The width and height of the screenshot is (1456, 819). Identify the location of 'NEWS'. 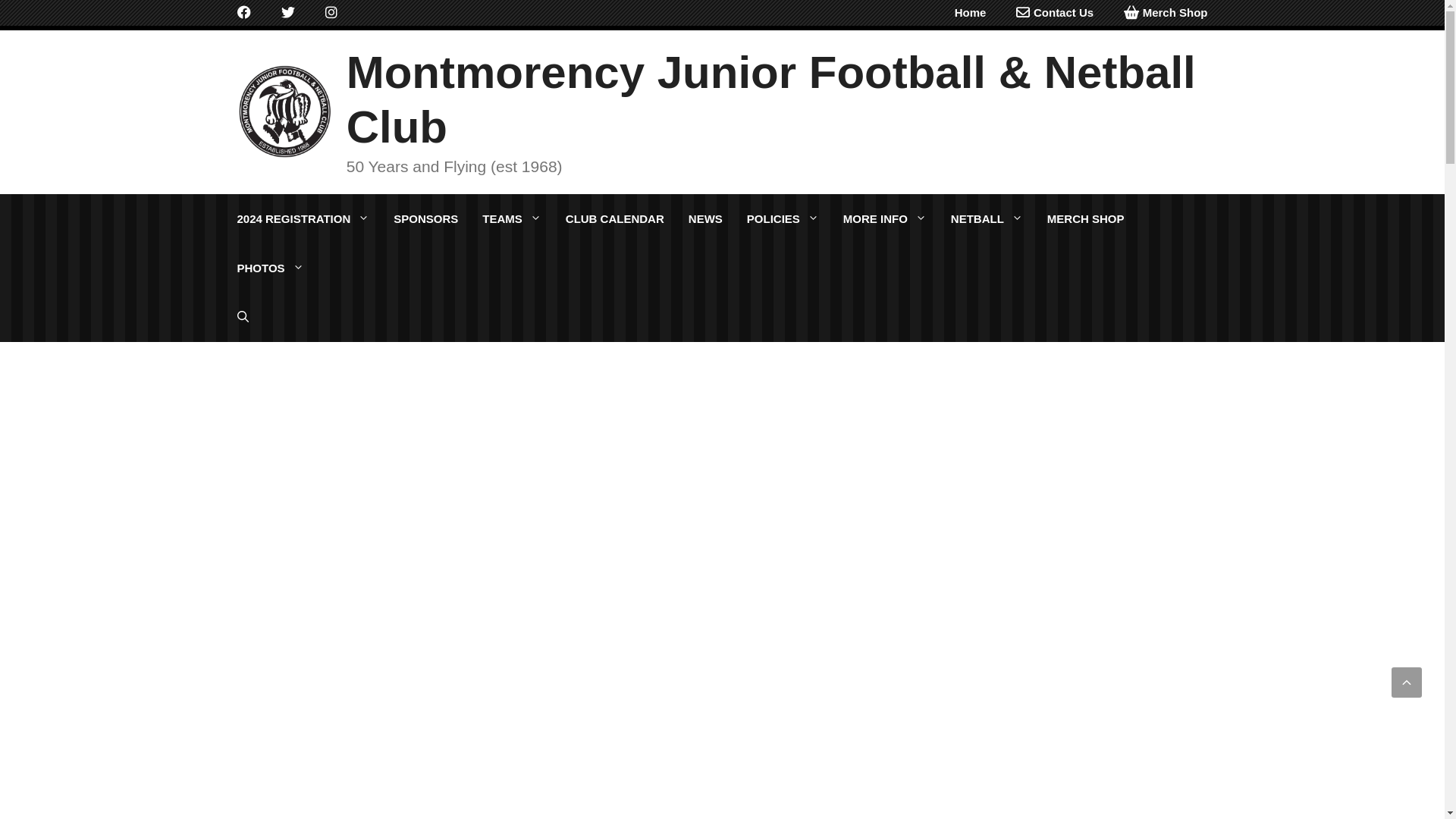
(704, 218).